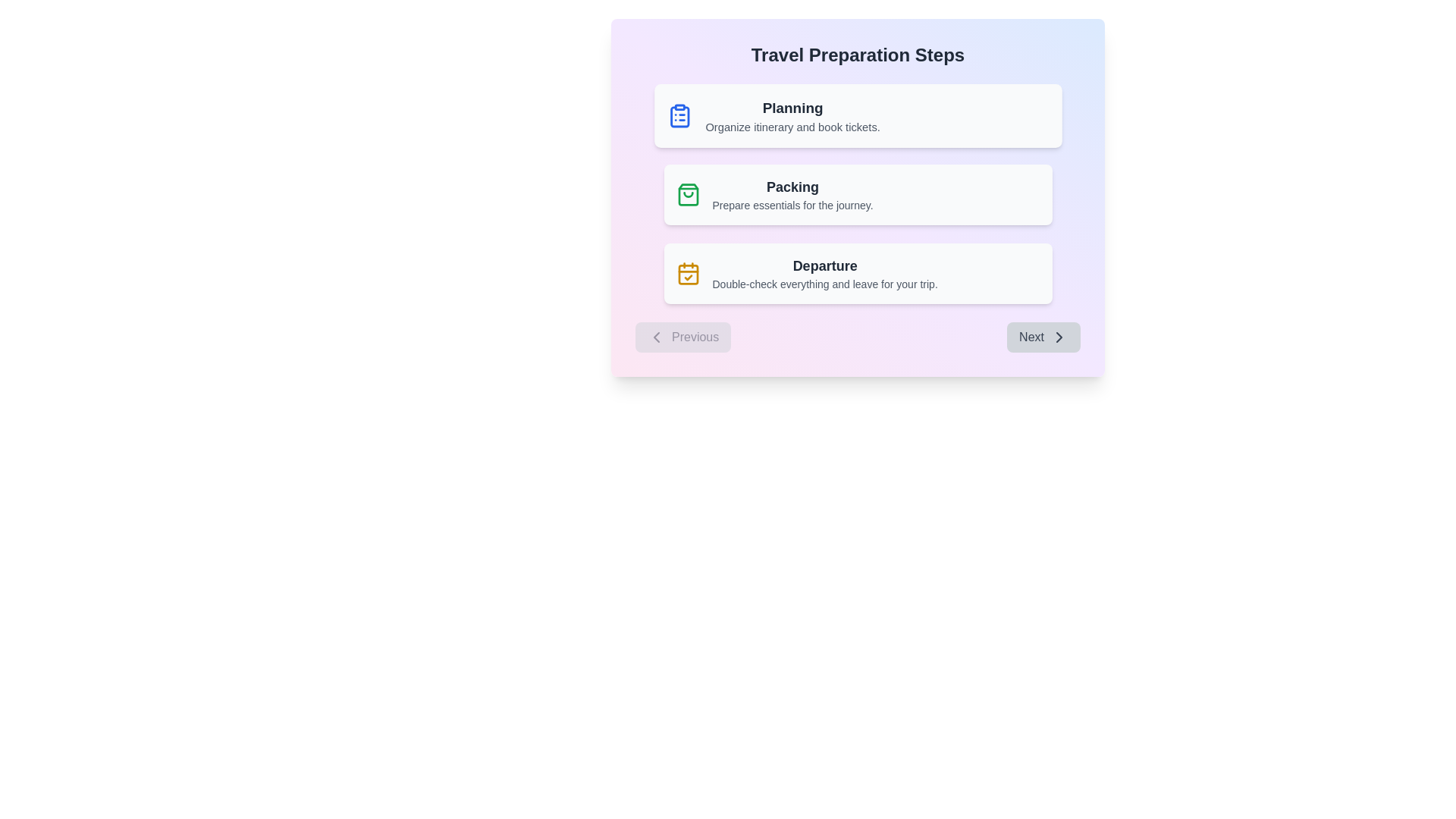 This screenshot has height=819, width=1456. I want to click on the vector graphic element that forms the handles of the shopping bag icon in the 'Packing' step of the 'Travel Preparation Steps' layout, so click(687, 194).